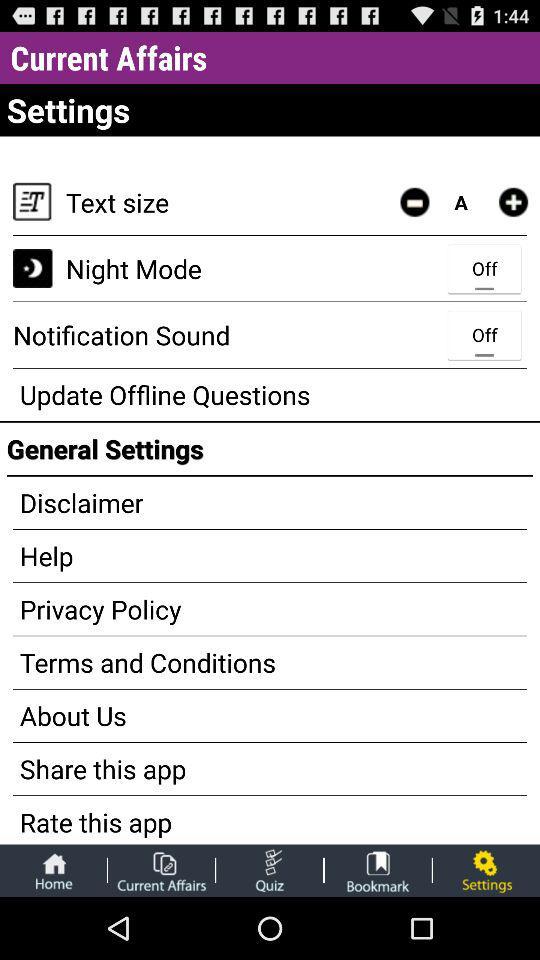 The image size is (540, 960). What do you see at coordinates (270, 556) in the screenshot?
I see `the help app` at bounding box center [270, 556].